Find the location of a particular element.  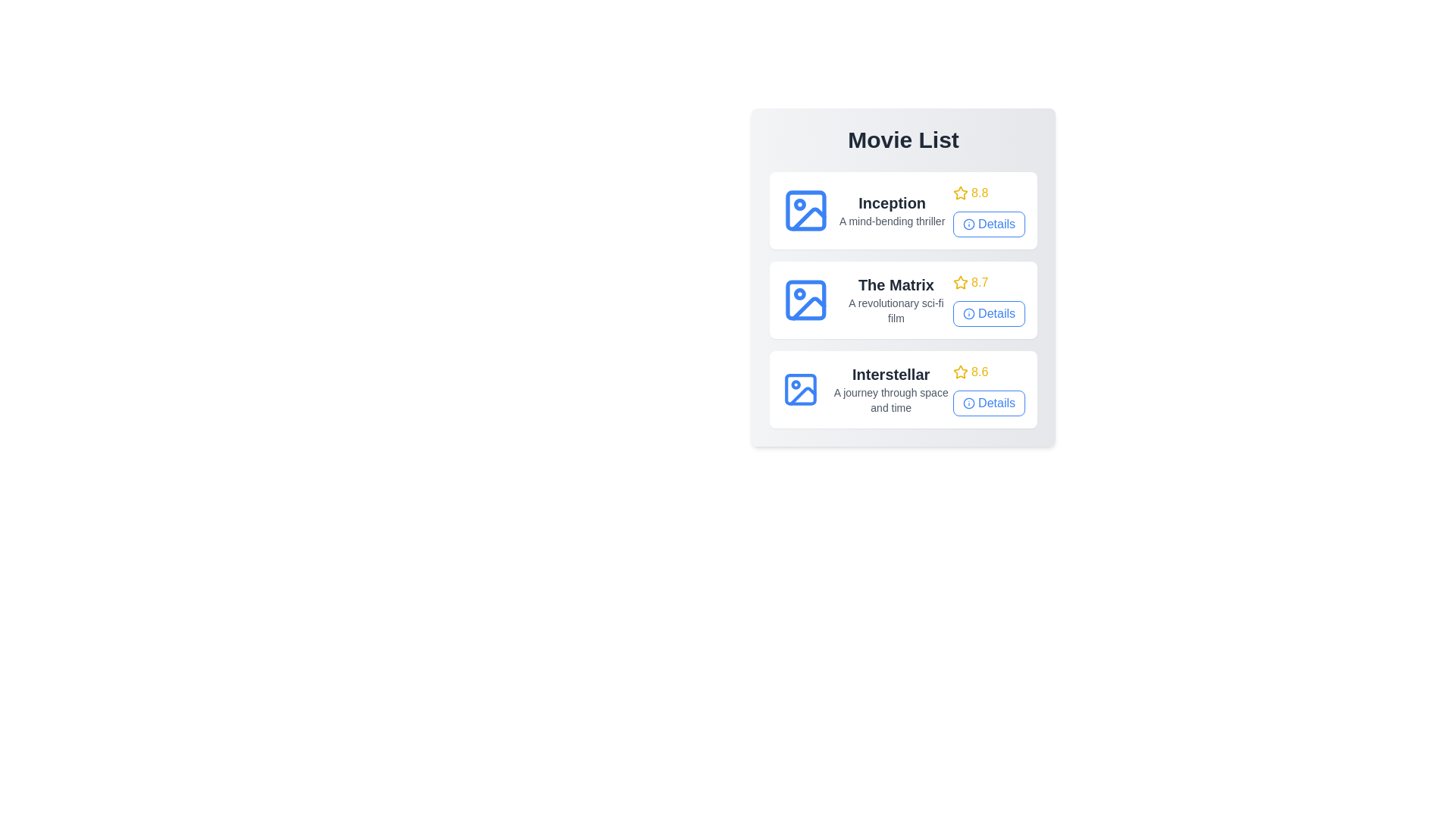

the title of the movie Interstellar is located at coordinates (891, 374).